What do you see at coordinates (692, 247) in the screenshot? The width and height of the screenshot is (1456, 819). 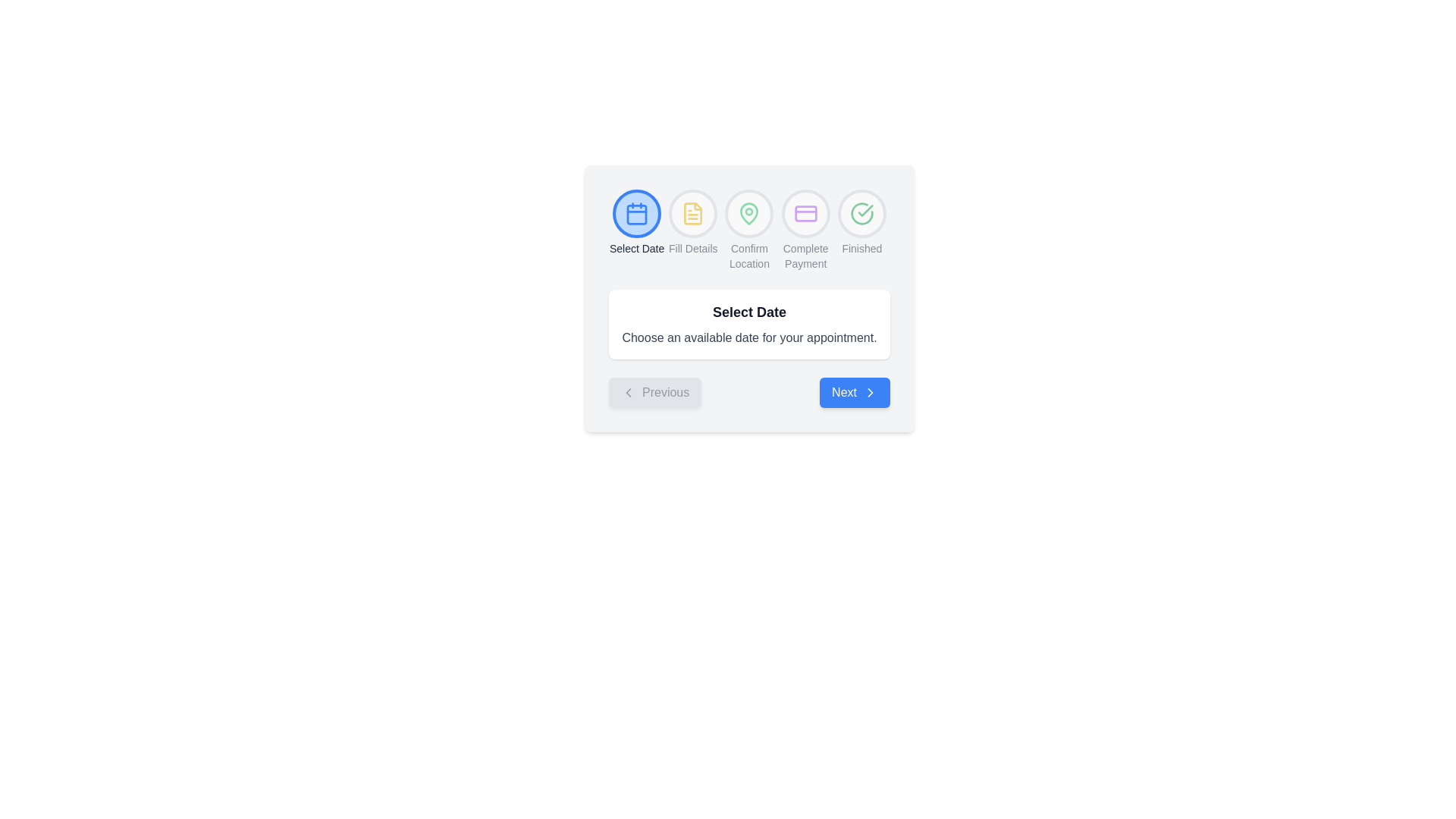 I see `the 'Fill Details' text label, which is styled in a small gray font and positioned under the second step of a multi-step indicator interface, located between the 'Select Date' and 'Confirm Location' steps` at bounding box center [692, 247].